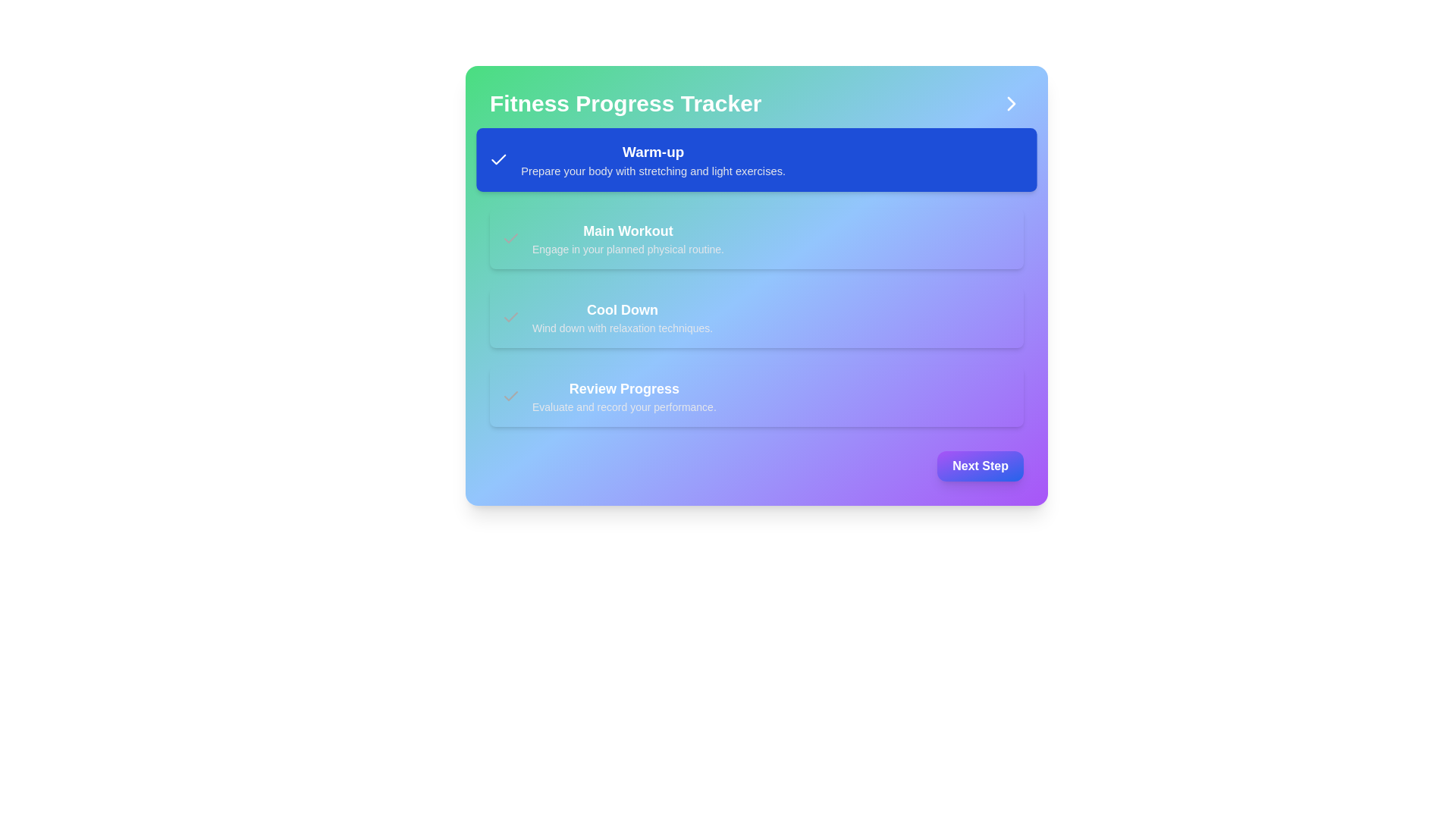 The height and width of the screenshot is (819, 1456). What do you see at coordinates (757, 278) in the screenshot?
I see `the progress tracker card that visually represents the steps and their completion statuses in the 'Fitness Progress Tracker'` at bounding box center [757, 278].